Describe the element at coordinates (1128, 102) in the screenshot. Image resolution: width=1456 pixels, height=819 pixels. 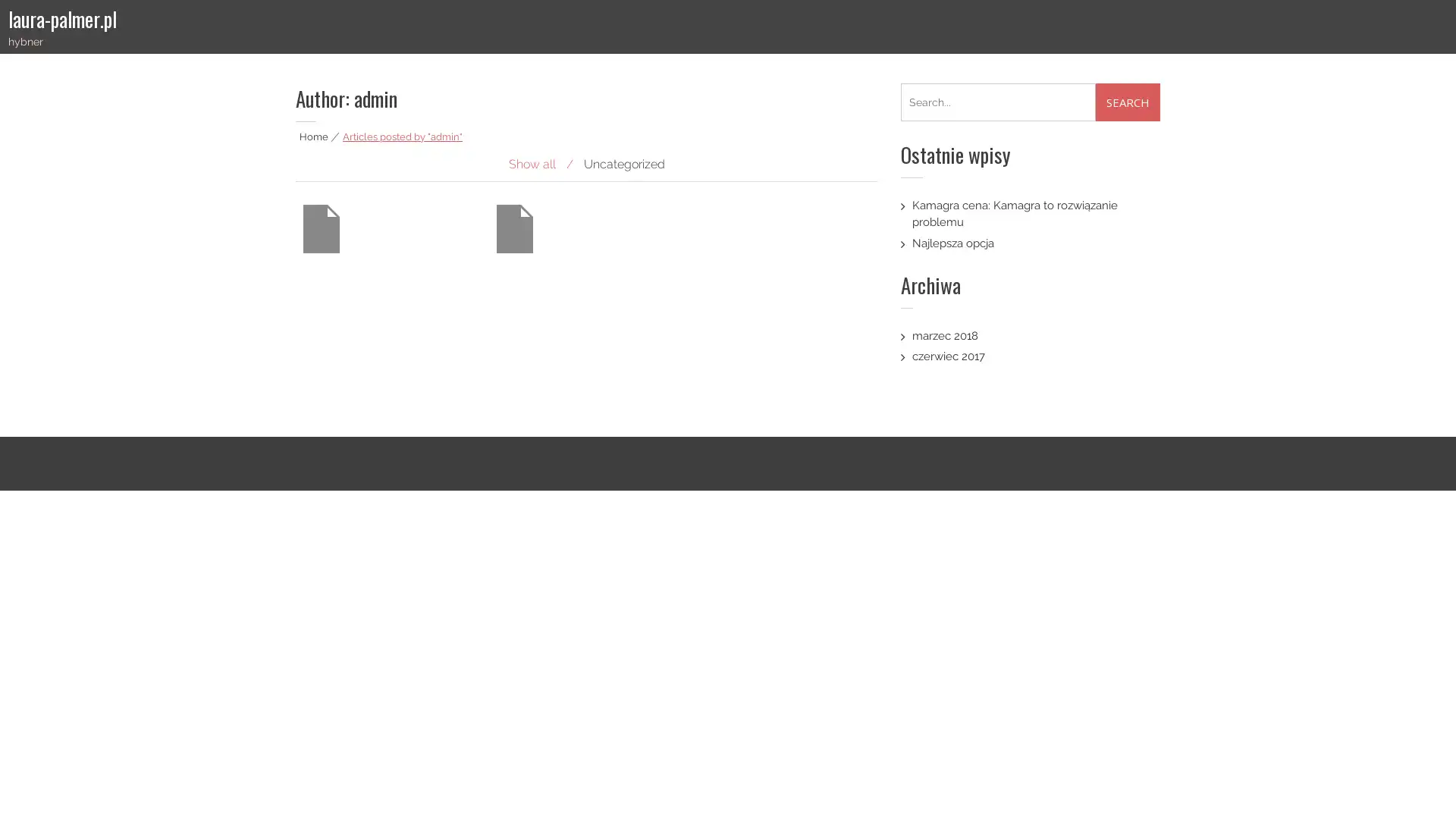
I see `Search` at that location.